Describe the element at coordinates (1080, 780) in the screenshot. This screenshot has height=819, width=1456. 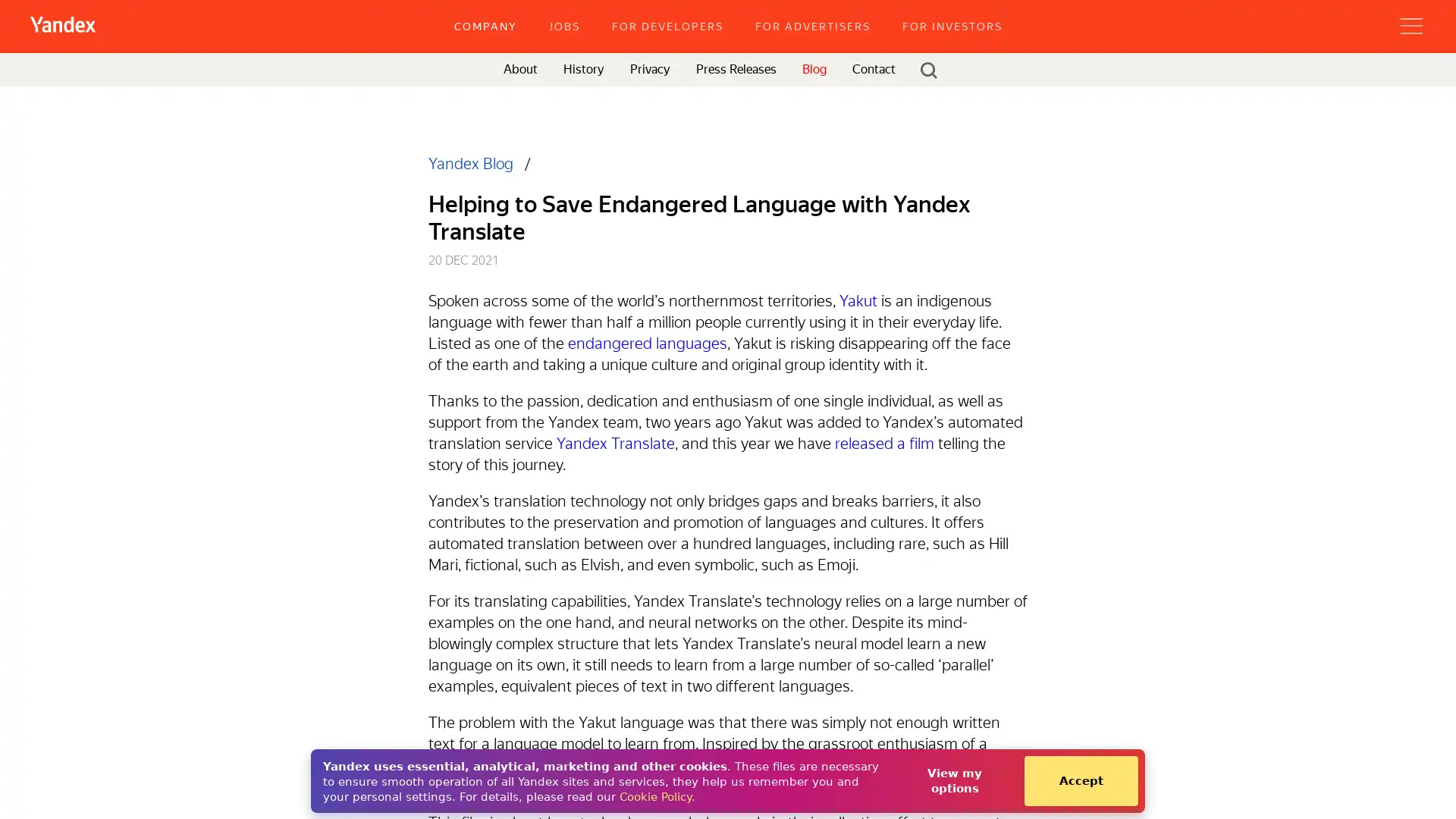
I see `Accept` at that location.